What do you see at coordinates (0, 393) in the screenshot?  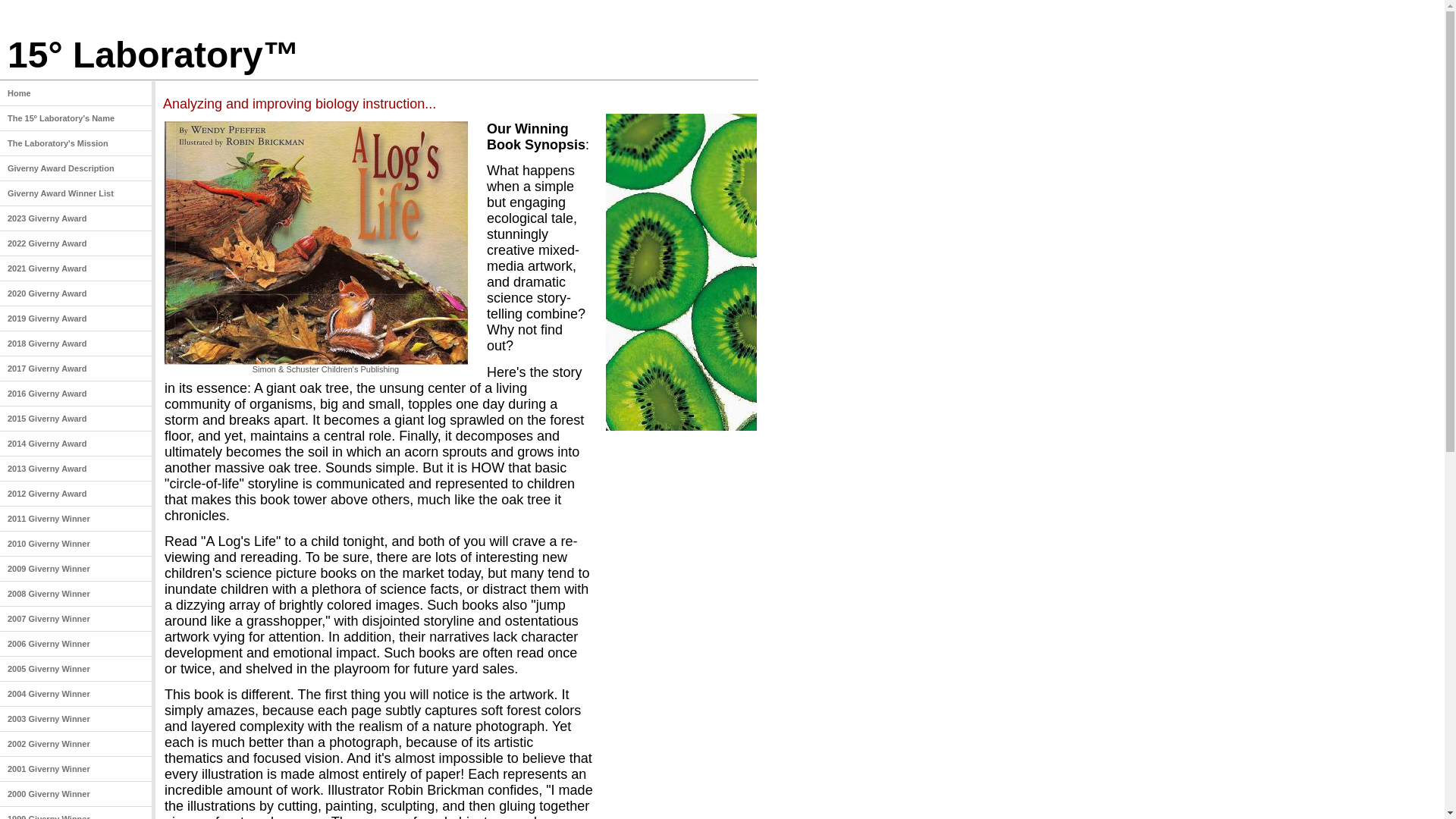 I see `'2016 Giverny Award'` at bounding box center [0, 393].